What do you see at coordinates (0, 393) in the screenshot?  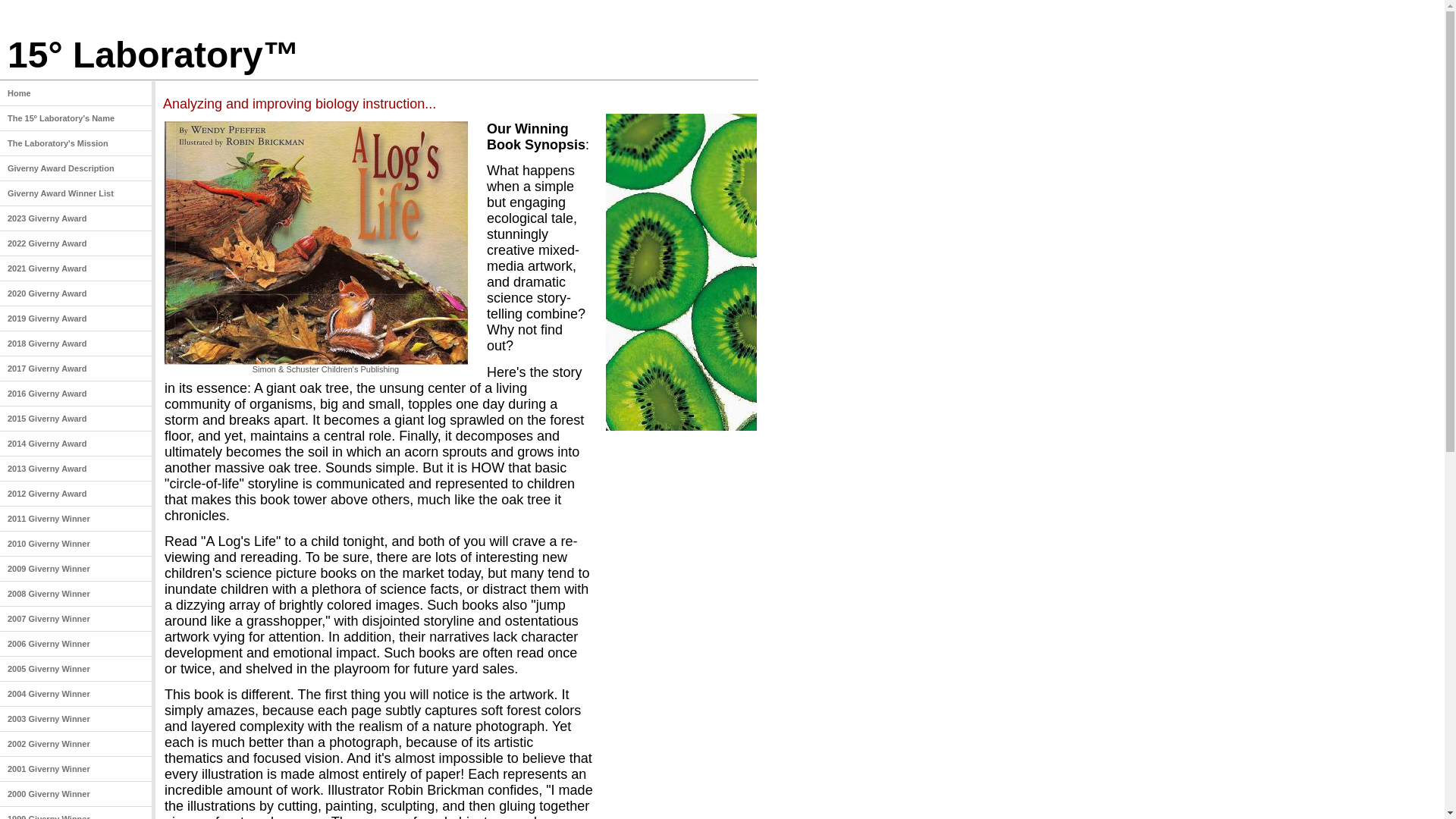 I see `'2016 Giverny Award'` at bounding box center [0, 393].